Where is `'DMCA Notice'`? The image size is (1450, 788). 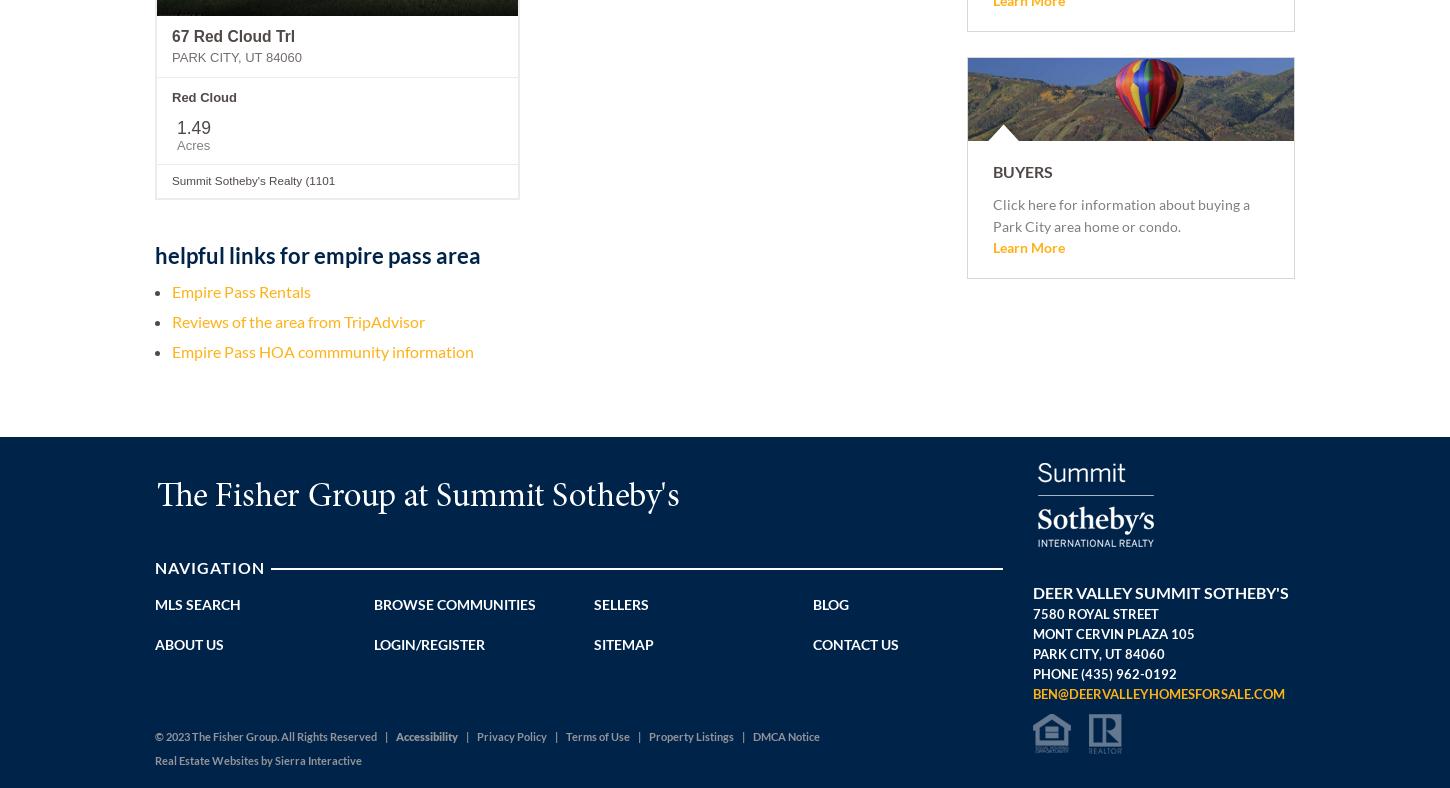 'DMCA Notice' is located at coordinates (786, 736).